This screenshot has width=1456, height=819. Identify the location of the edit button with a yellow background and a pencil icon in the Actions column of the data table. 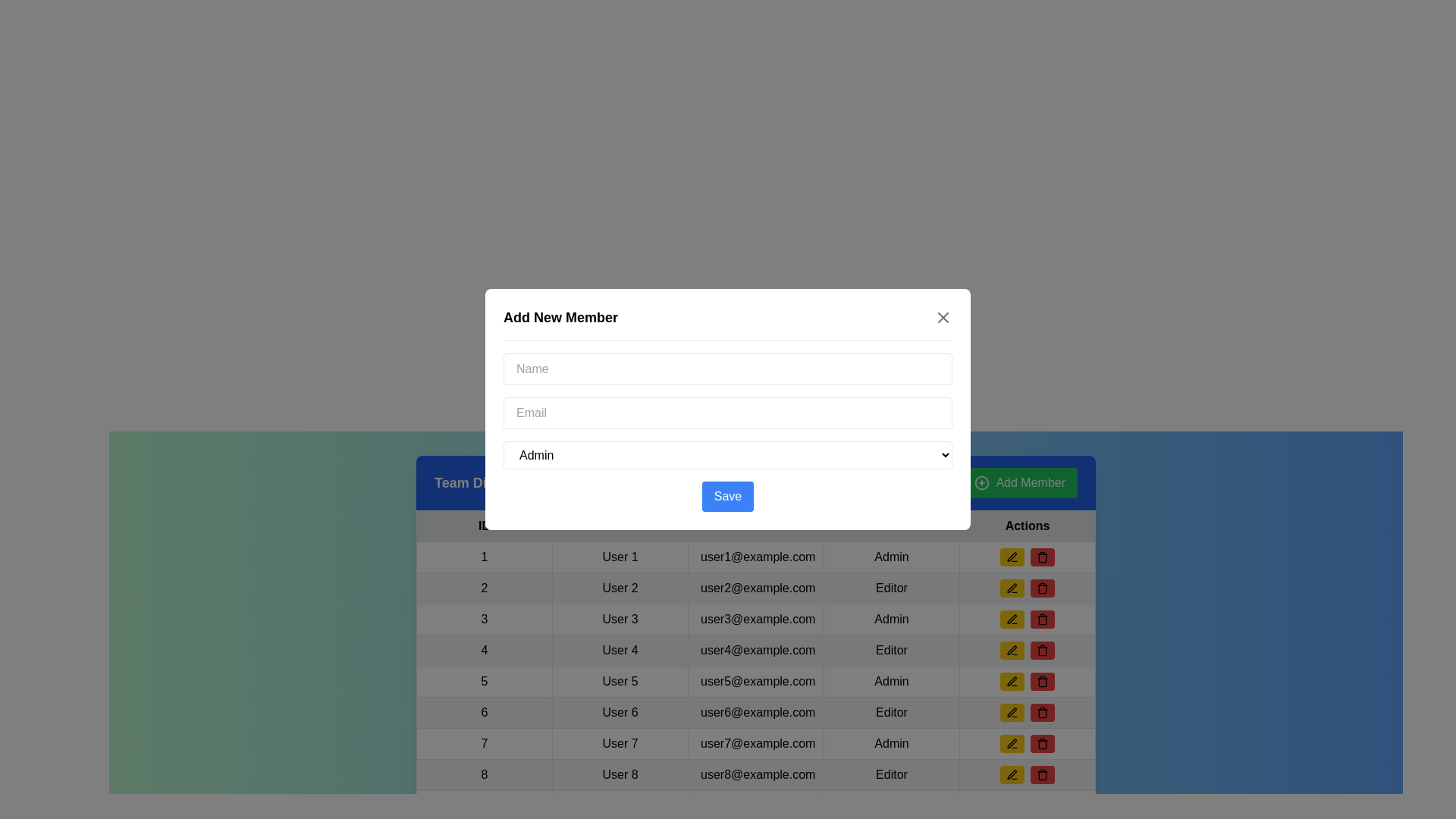
(1027, 620).